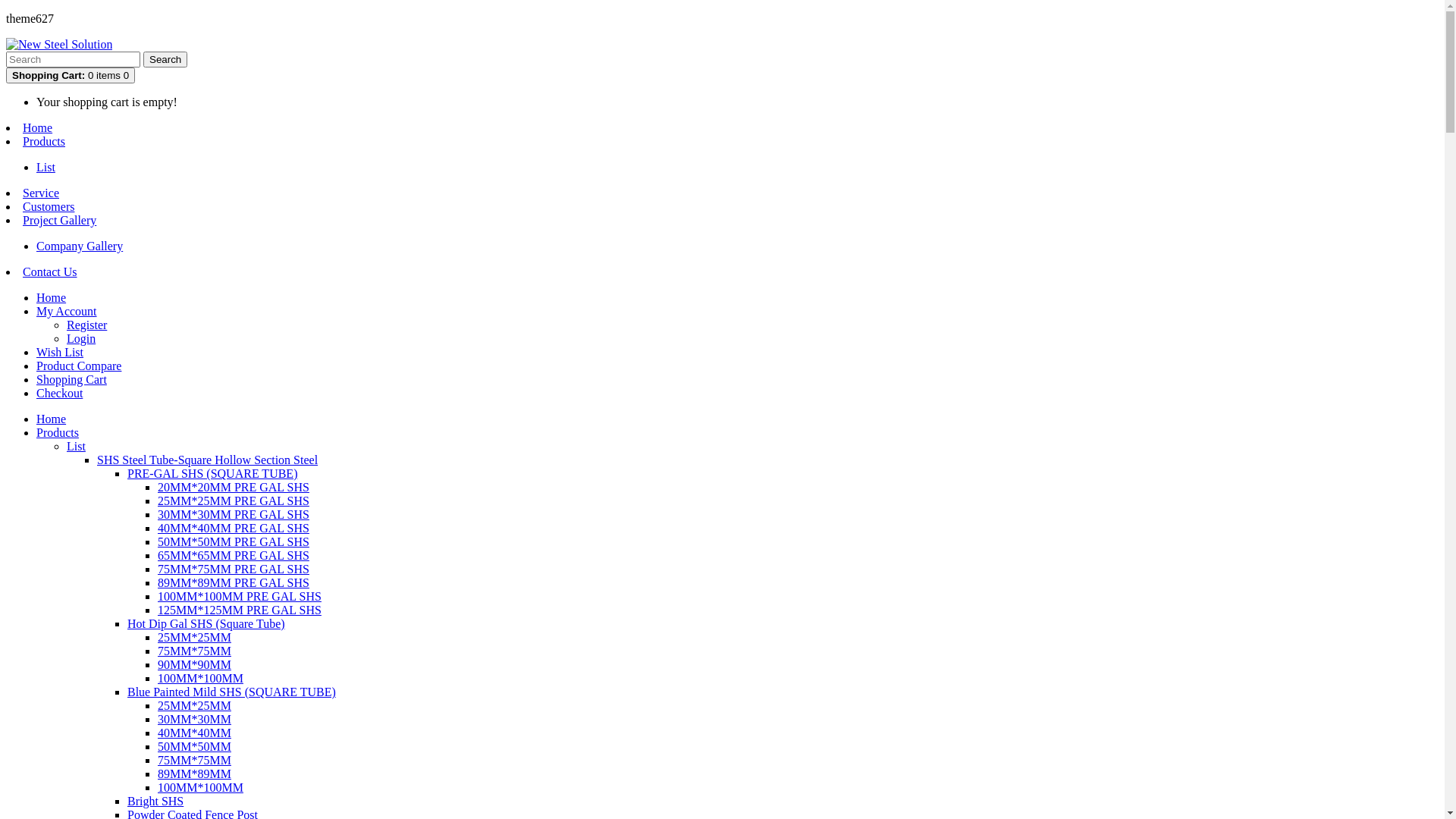 The height and width of the screenshot is (819, 1456). What do you see at coordinates (48, 206) in the screenshot?
I see `'Customers'` at bounding box center [48, 206].